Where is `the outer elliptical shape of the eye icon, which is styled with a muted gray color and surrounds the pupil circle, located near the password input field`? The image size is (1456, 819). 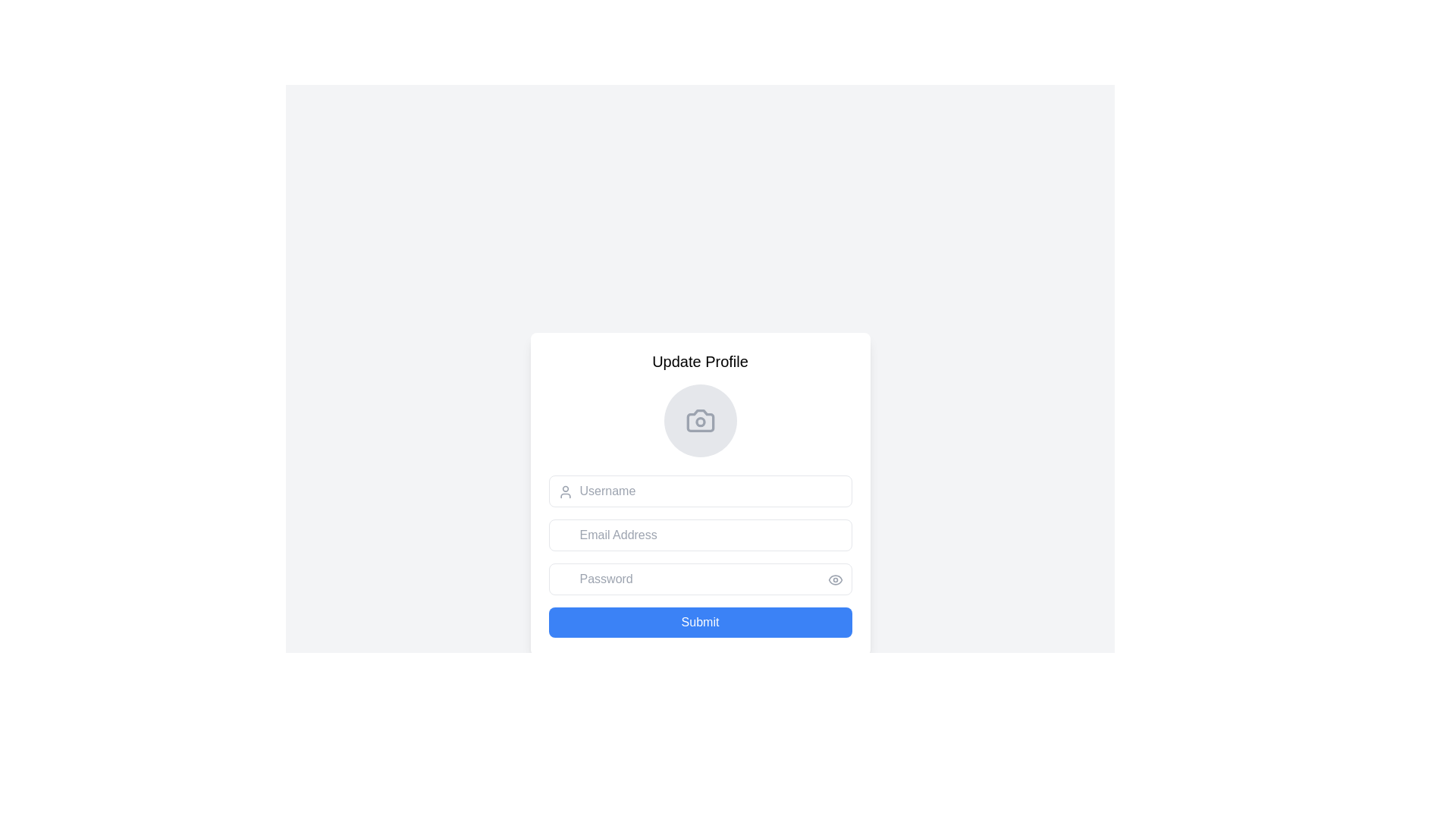
the outer elliptical shape of the eye icon, which is styled with a muted gray color and surrounds the pupil circle, located near the password input field is located at coordinates (834, 579).